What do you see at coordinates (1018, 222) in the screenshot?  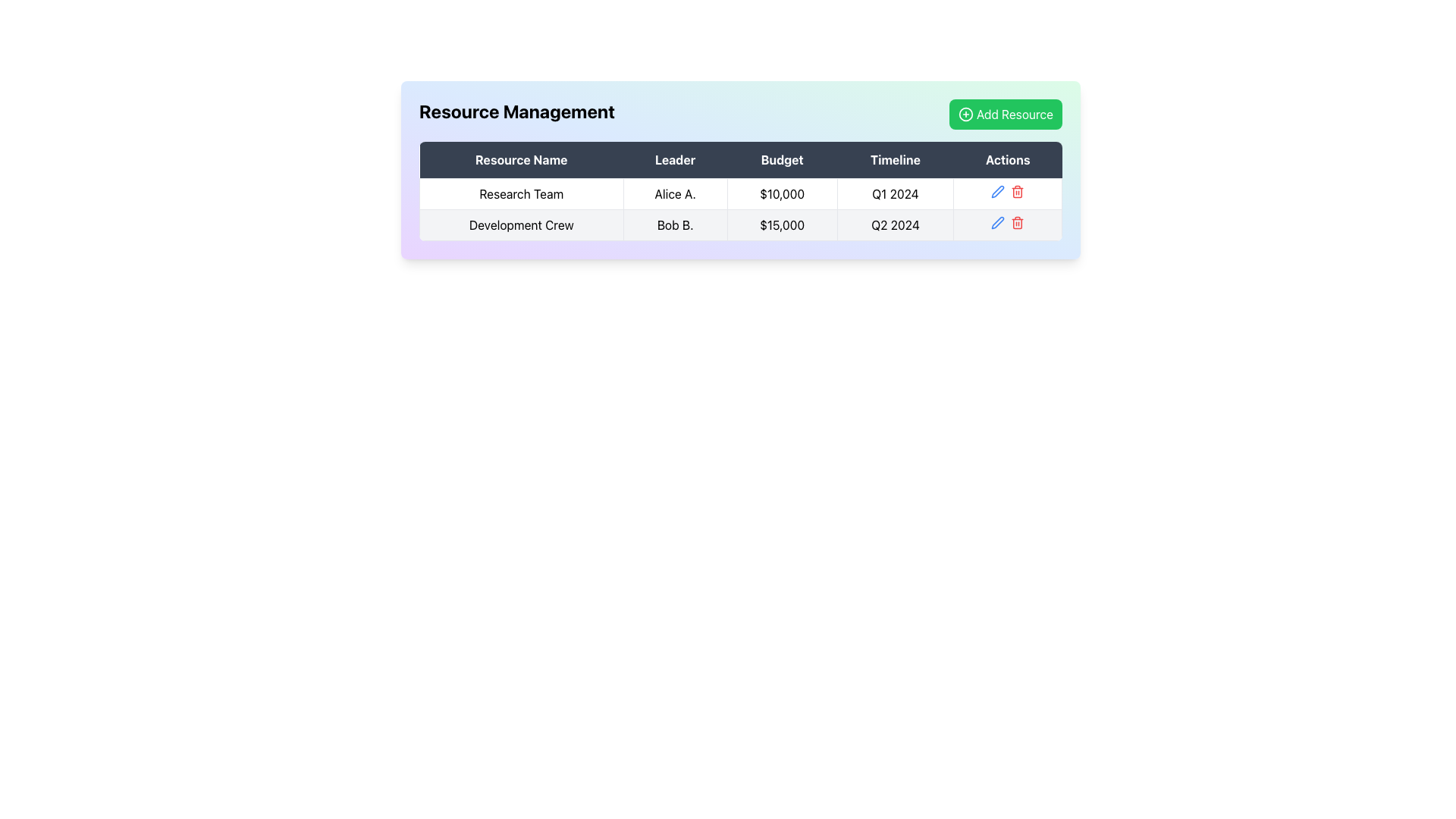 I see `the delete button for the Development Crew entry in the resource management table, located in the Actions column of the second row` at bounding box center [1018, 222].